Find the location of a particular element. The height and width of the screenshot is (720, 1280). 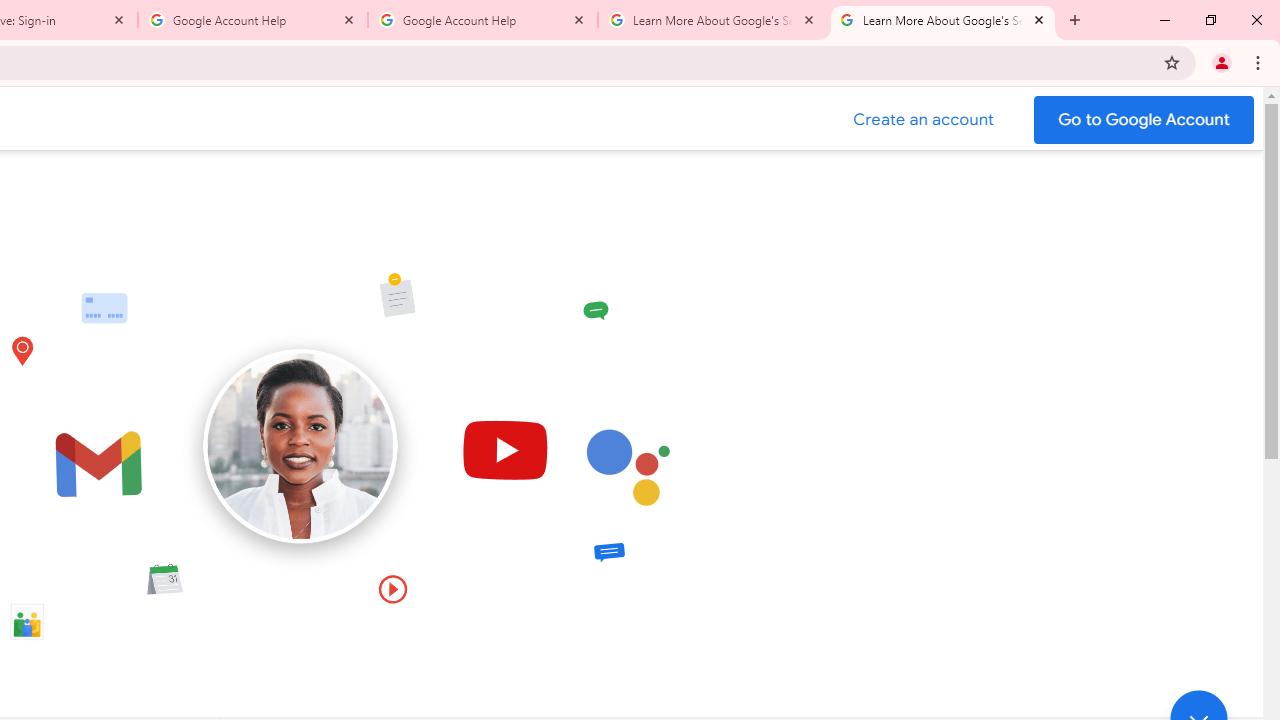

'Go to your Google Account' is located at coordinates (1144, 119).